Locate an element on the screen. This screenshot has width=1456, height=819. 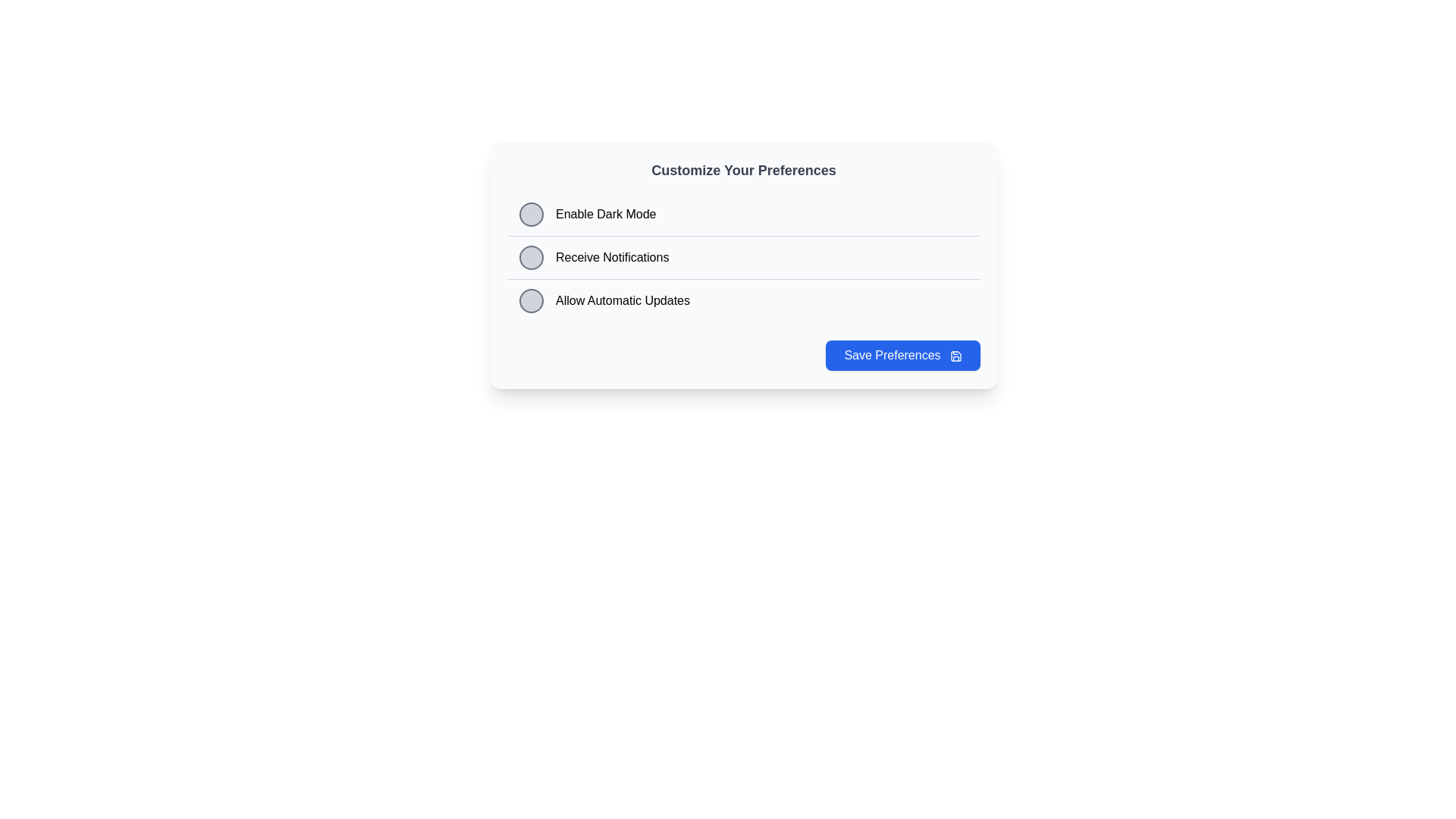
to select the second item in the 'Customize Your Preferences' list is located at coordinates (743, 265).